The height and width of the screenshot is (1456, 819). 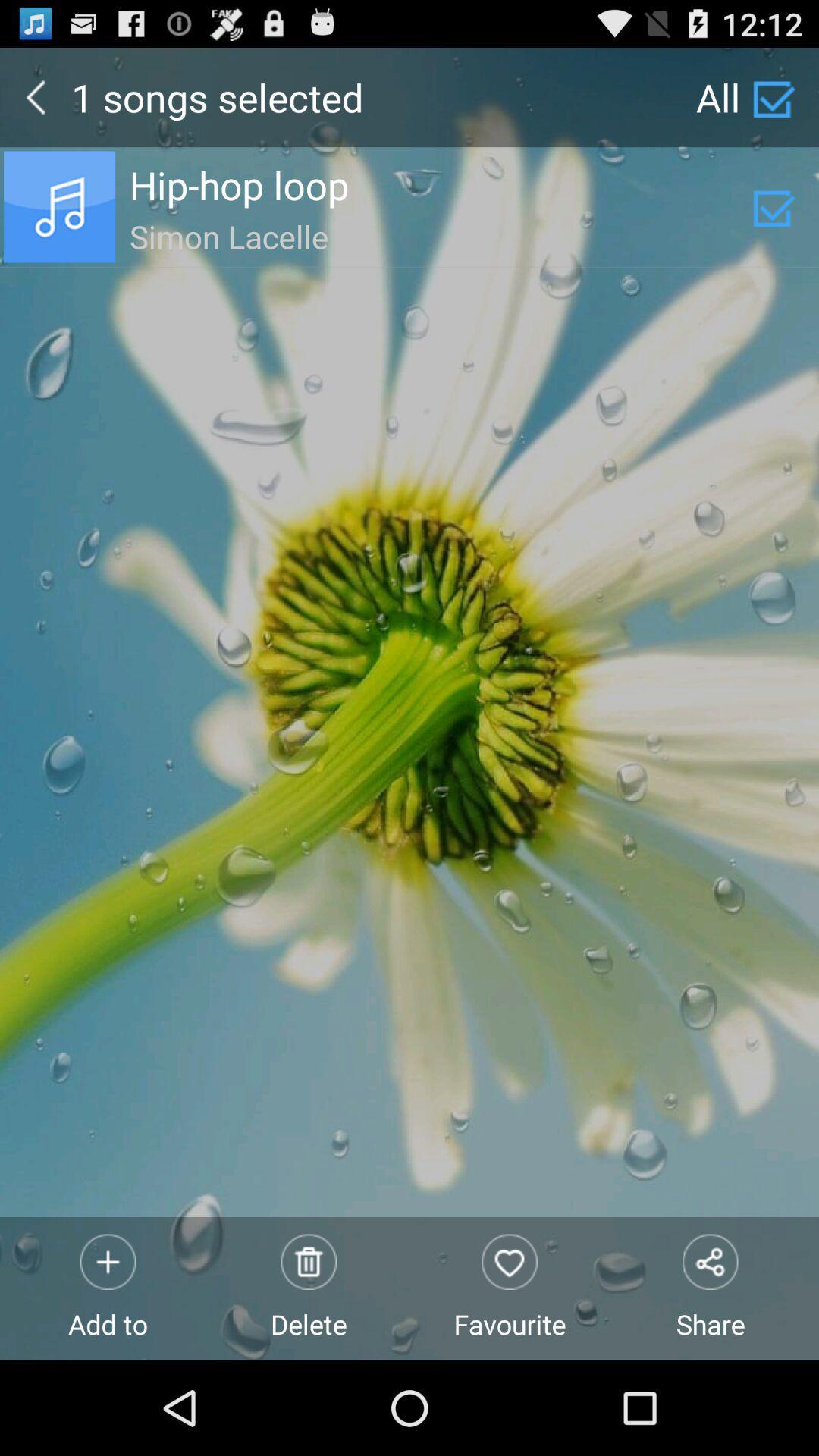 I want to click on the add to item, so click(x=107, y=1288).